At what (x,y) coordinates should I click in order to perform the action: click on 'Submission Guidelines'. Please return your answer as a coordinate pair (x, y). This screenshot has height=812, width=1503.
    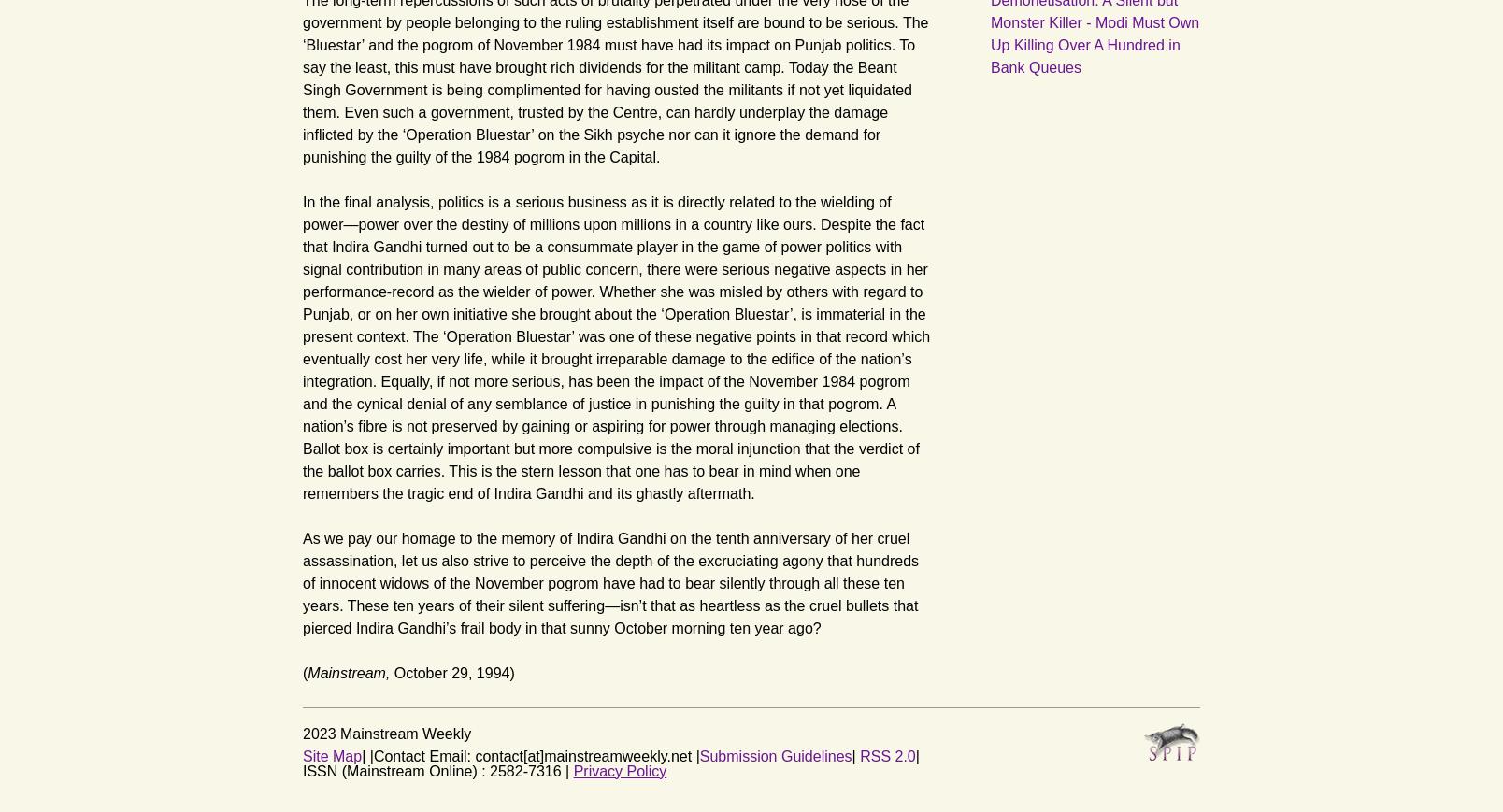
    Looking at the image, I should click on (699, 755).